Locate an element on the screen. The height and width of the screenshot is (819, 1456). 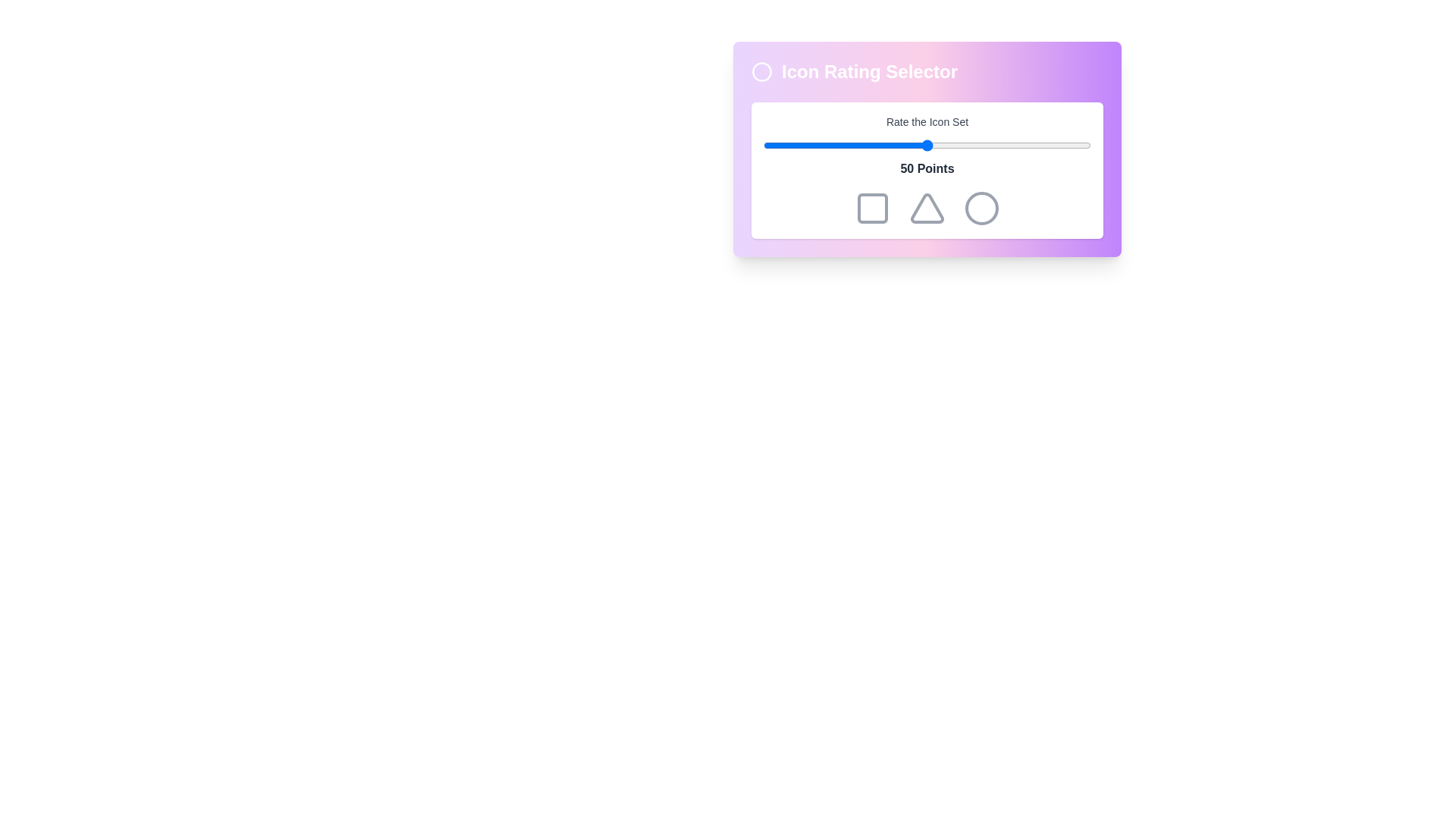
the slider to 39 percent to observe the color changes of the icons is located at coordinates (891, 146).